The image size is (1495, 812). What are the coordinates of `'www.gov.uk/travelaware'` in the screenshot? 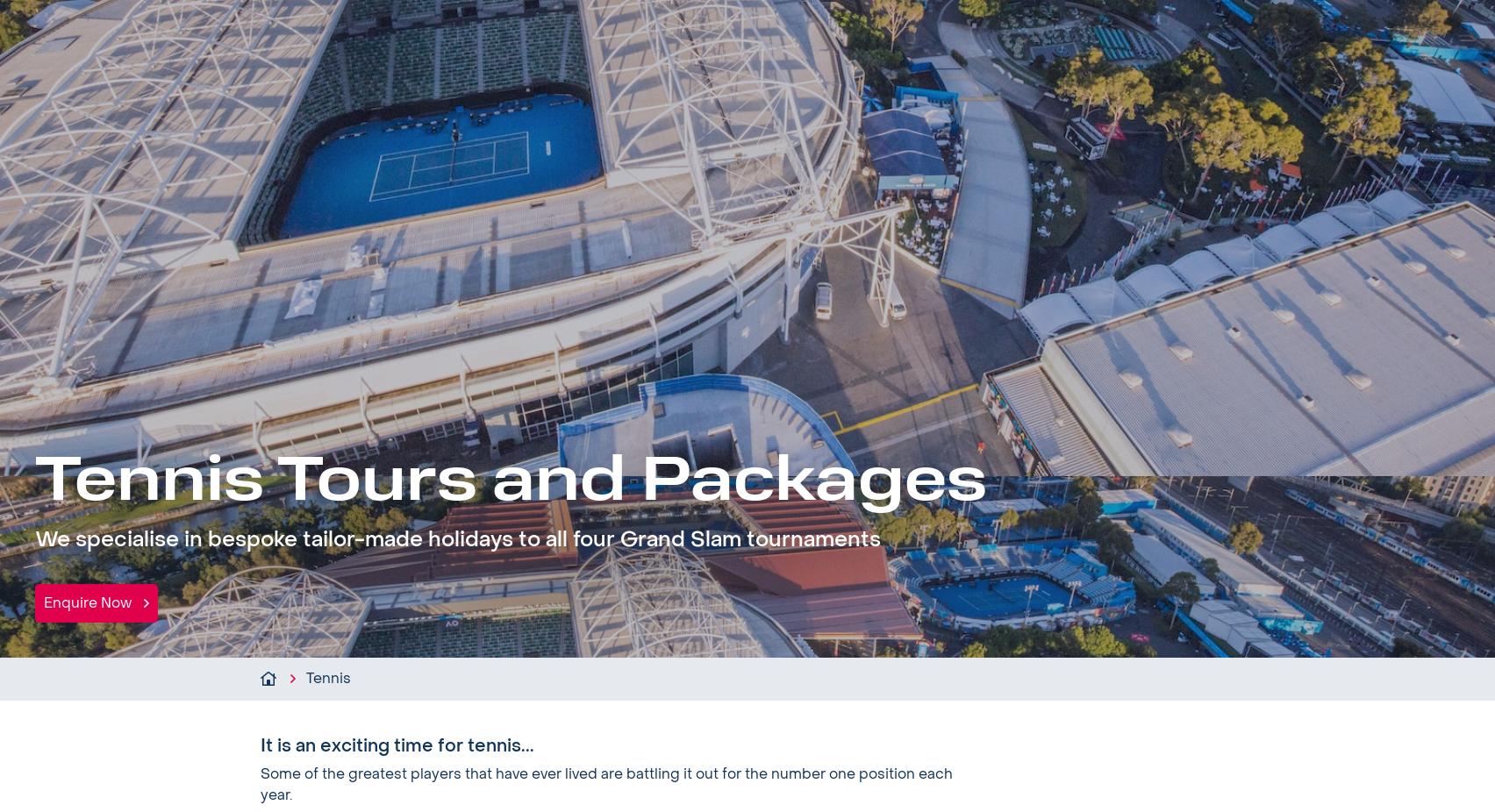 It's located at (1061, 425).